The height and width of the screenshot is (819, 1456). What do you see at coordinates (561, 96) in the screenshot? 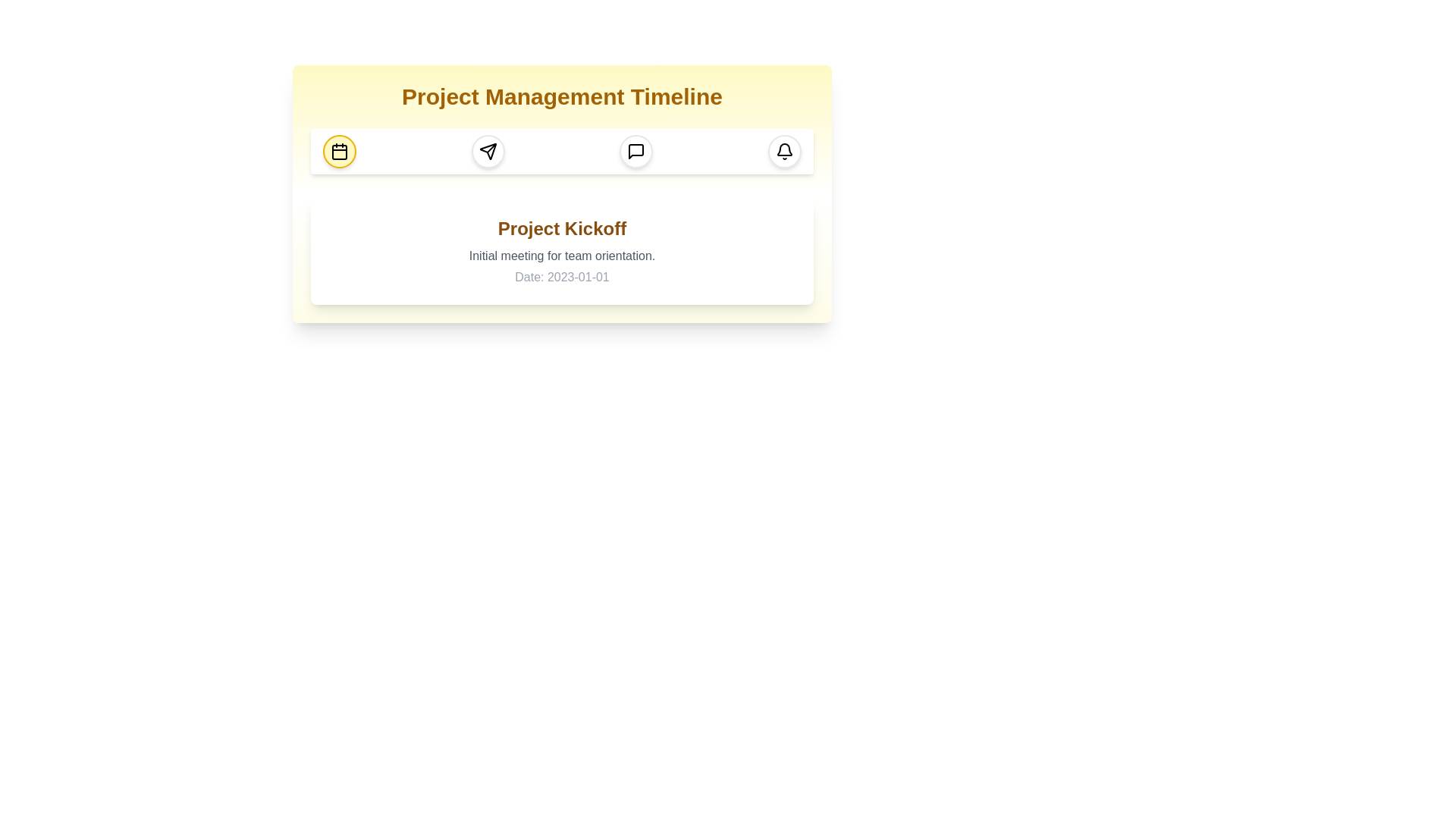
I see `the Text Header element which indicates the context of the project management timeline` at bounding box center [561, 96].